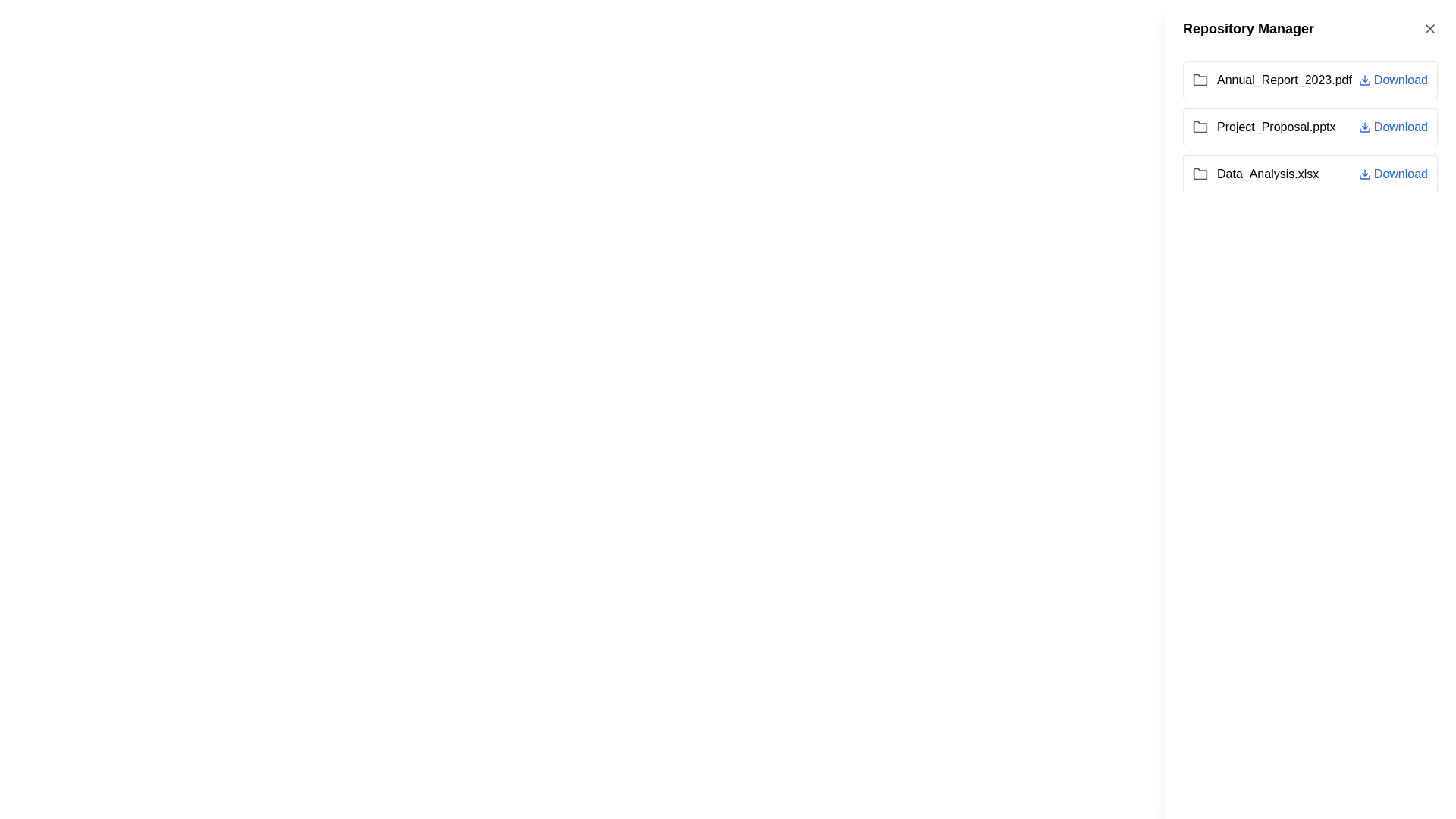 The image size is (1456, 819). I want to click on the file item named 'Data_Analysis.xlsx' located in the right-hand panel under 'Repository Manager', so click(1256, 174).